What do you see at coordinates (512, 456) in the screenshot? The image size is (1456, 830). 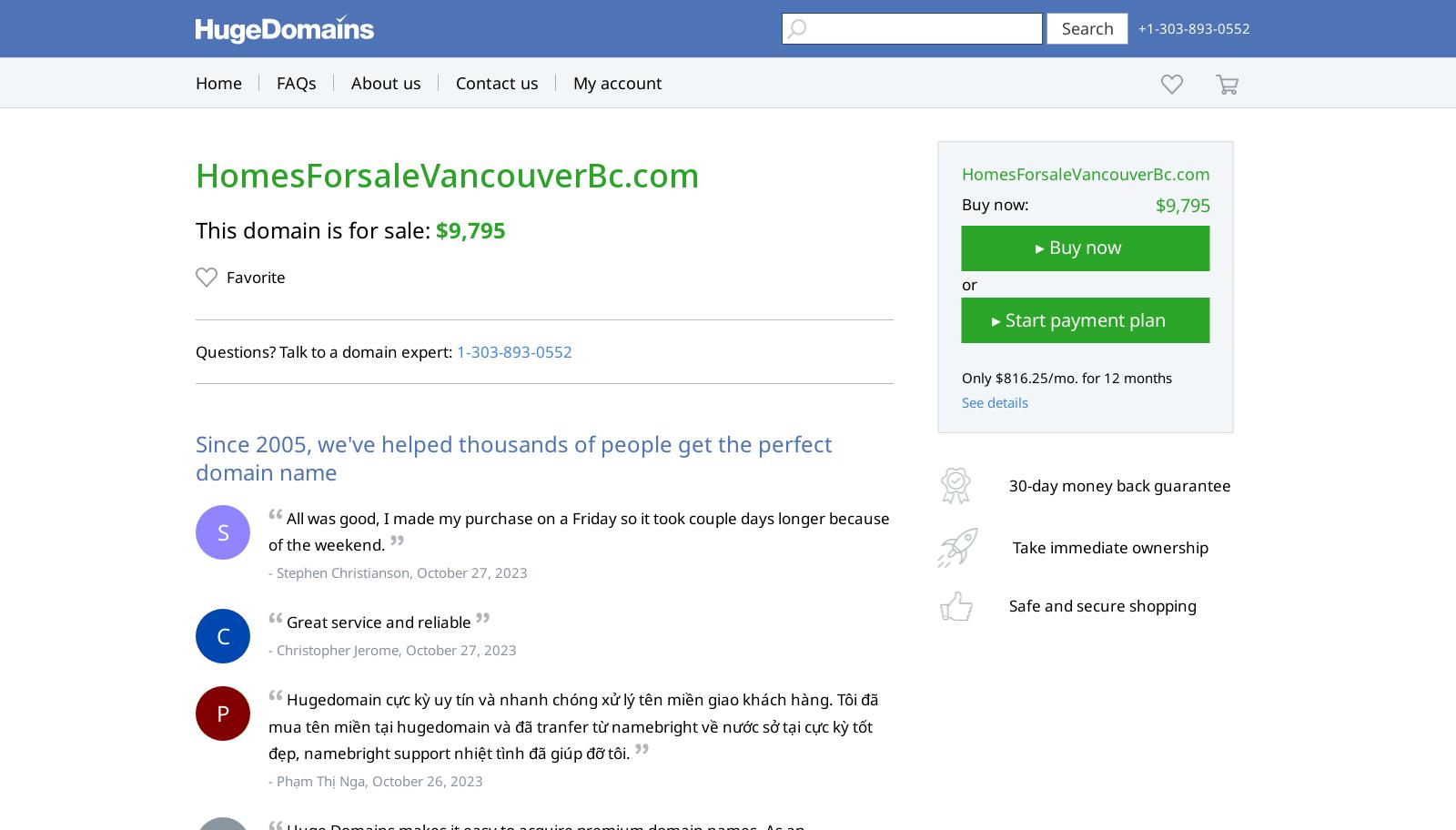 I see `'Since 2005, we've helped thousands of people get the perfect domain name'` at bounding box center [512, 456].